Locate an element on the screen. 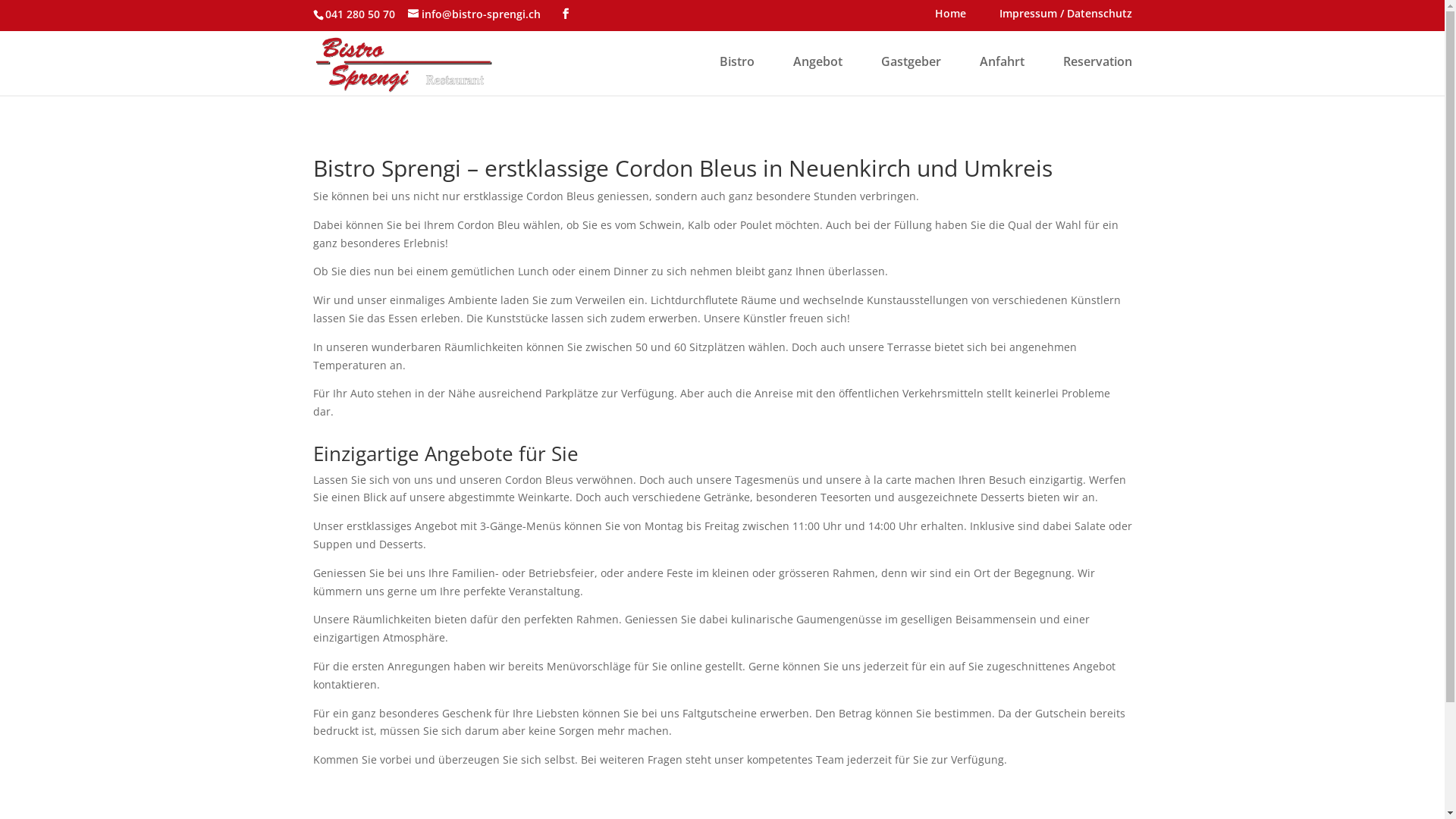 This screenshot has height=819, width=1456. 'info@bistro-sprengi.ch' is located at coordinates (473, 13).